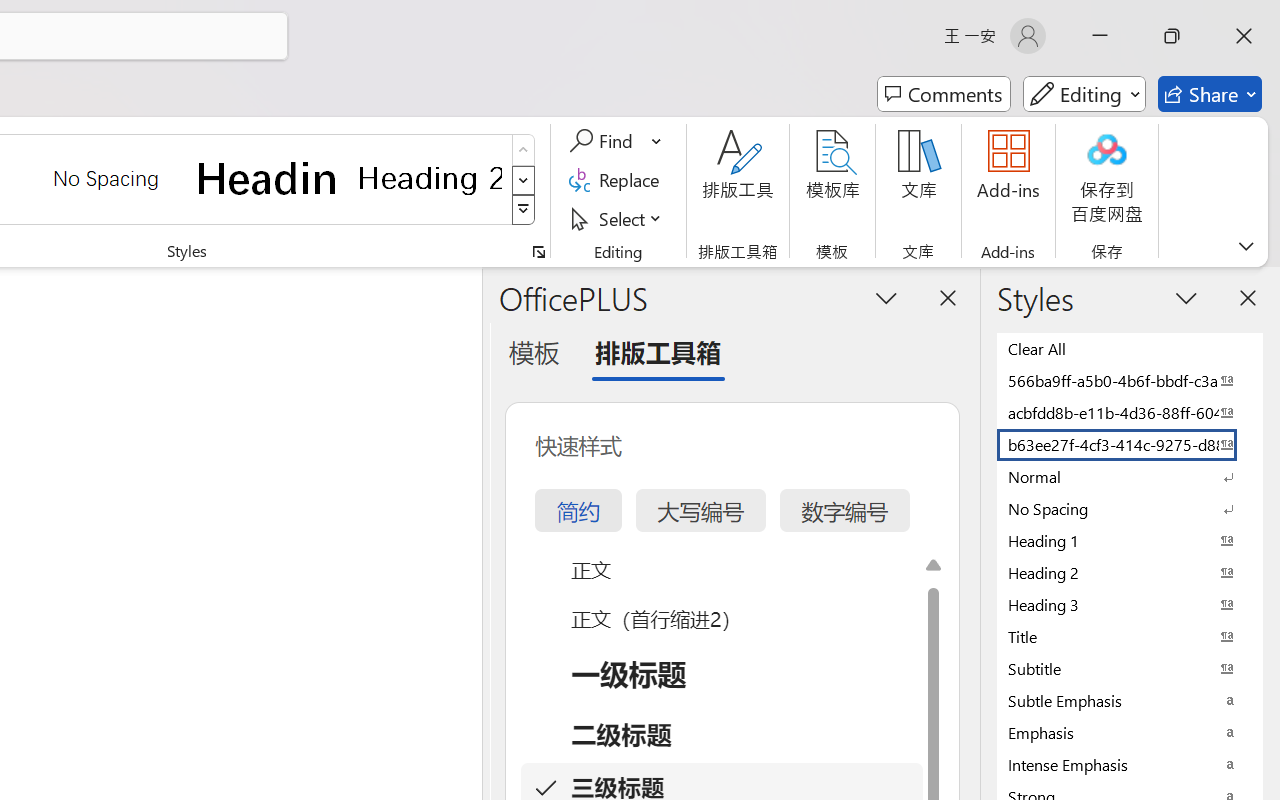  What do you see at coordinates (1130, 604) in the screenshot?
I see `'Heading 3'` at bounding box center [1130, 604].